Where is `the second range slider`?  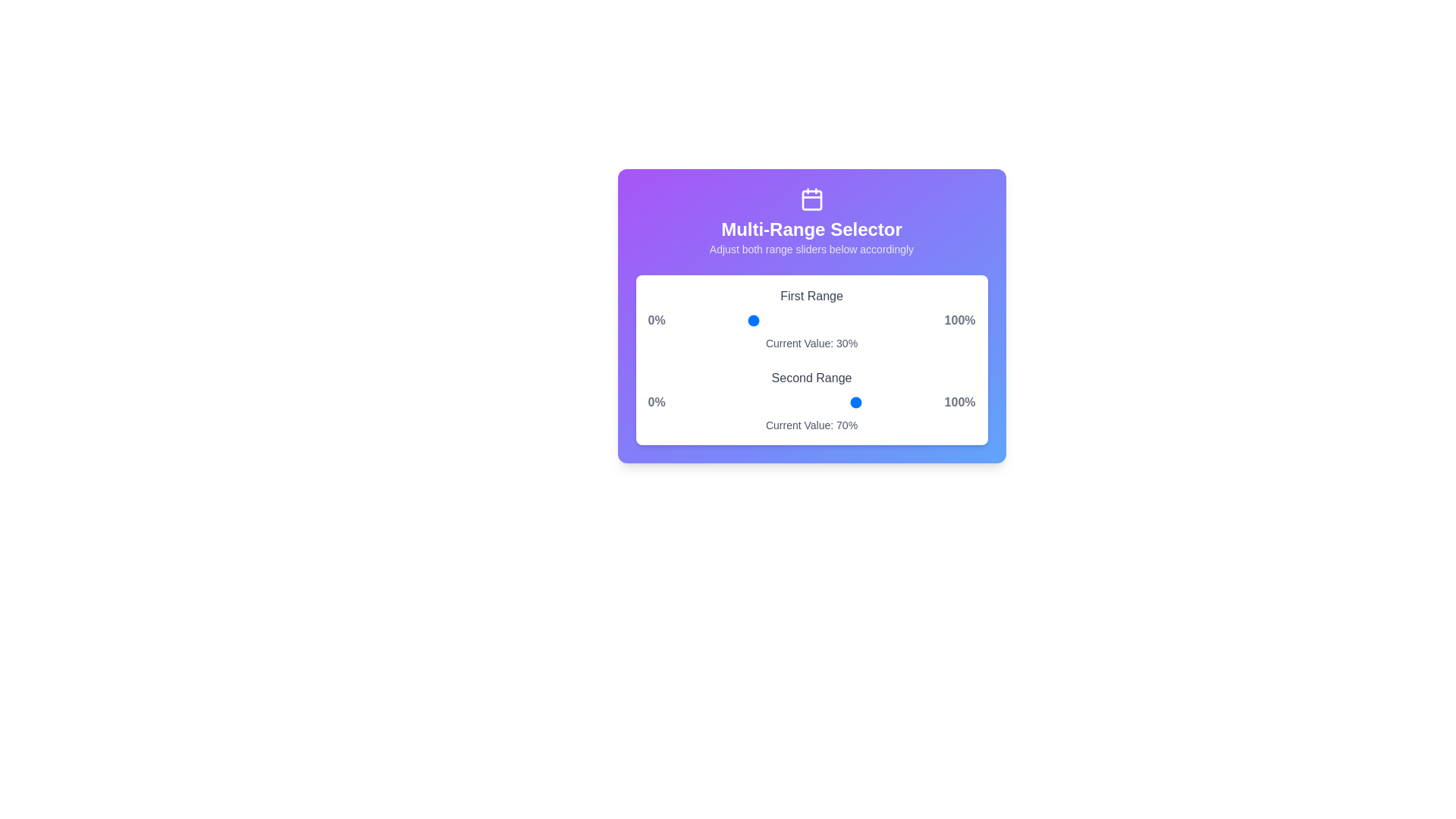
the second range slider is located at coordinates (869, 402).